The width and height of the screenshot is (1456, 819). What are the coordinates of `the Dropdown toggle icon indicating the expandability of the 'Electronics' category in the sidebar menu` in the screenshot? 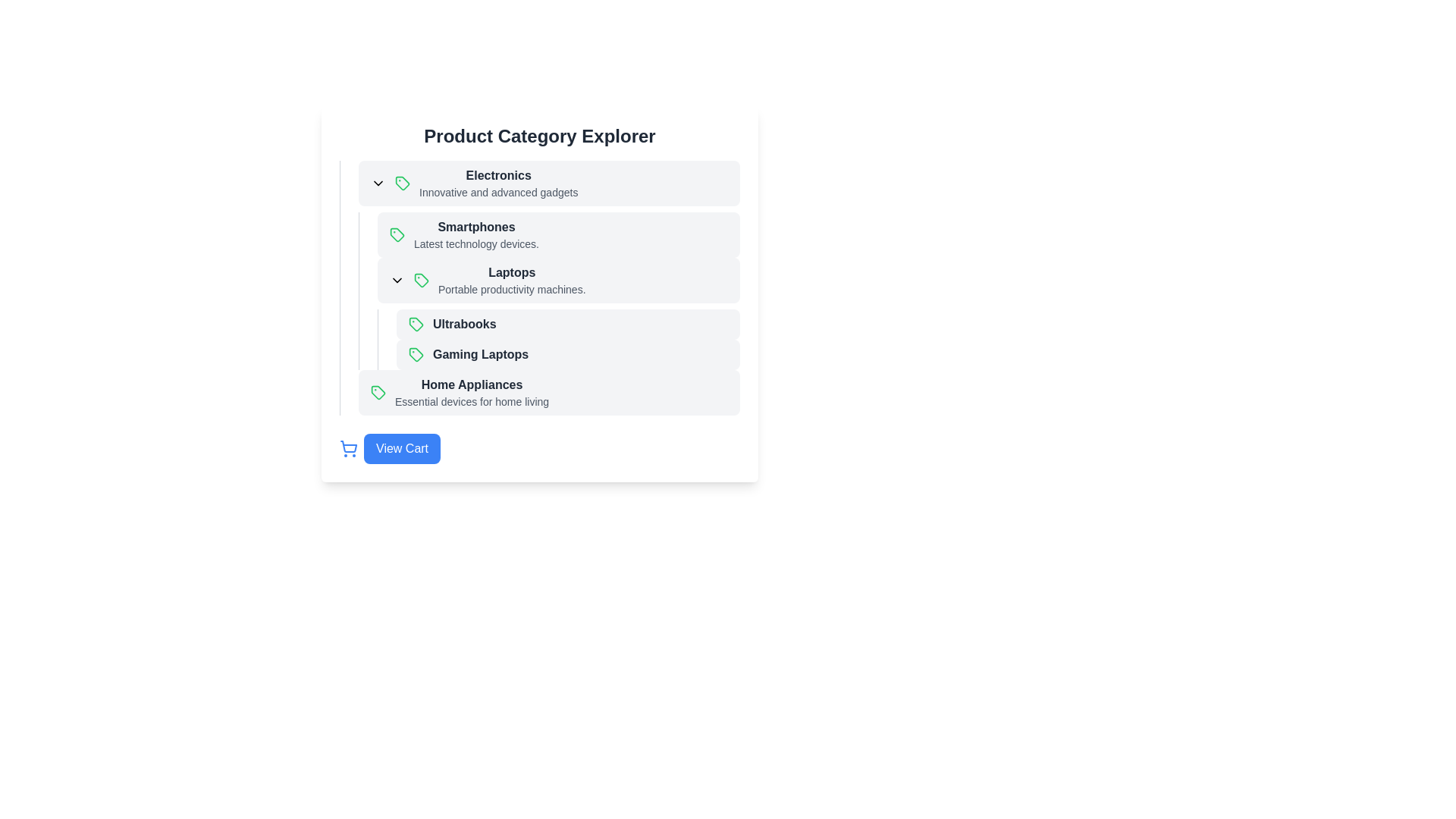 It's located at (378, 183).